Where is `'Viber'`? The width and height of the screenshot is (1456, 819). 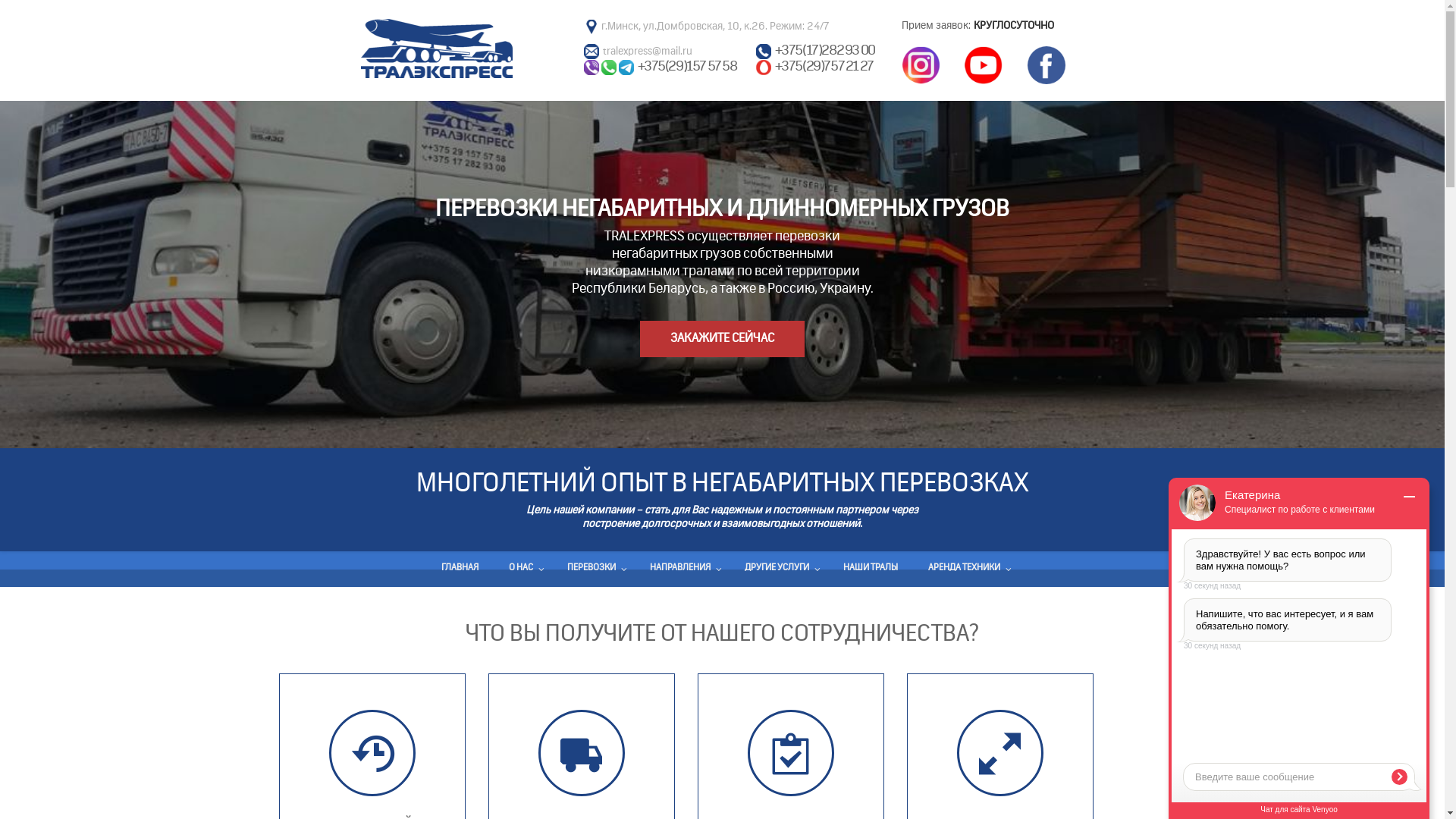
'Viber' is located at coordinates (590, 66).